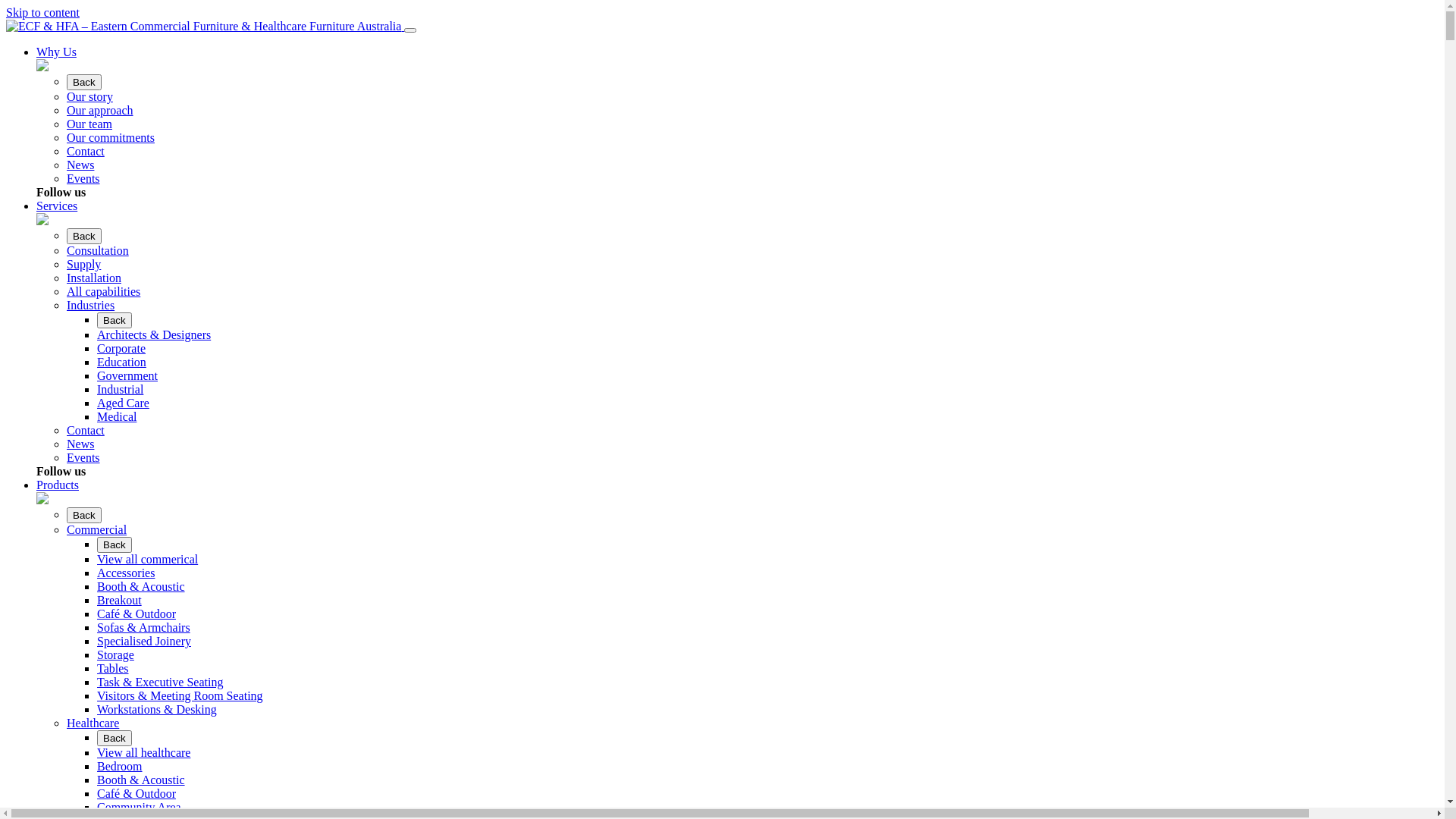 This screenshot has width=1456, height=819. Describe the element at coordinates (65, 263) in the screenshot. I see `'Supply'` at that location.